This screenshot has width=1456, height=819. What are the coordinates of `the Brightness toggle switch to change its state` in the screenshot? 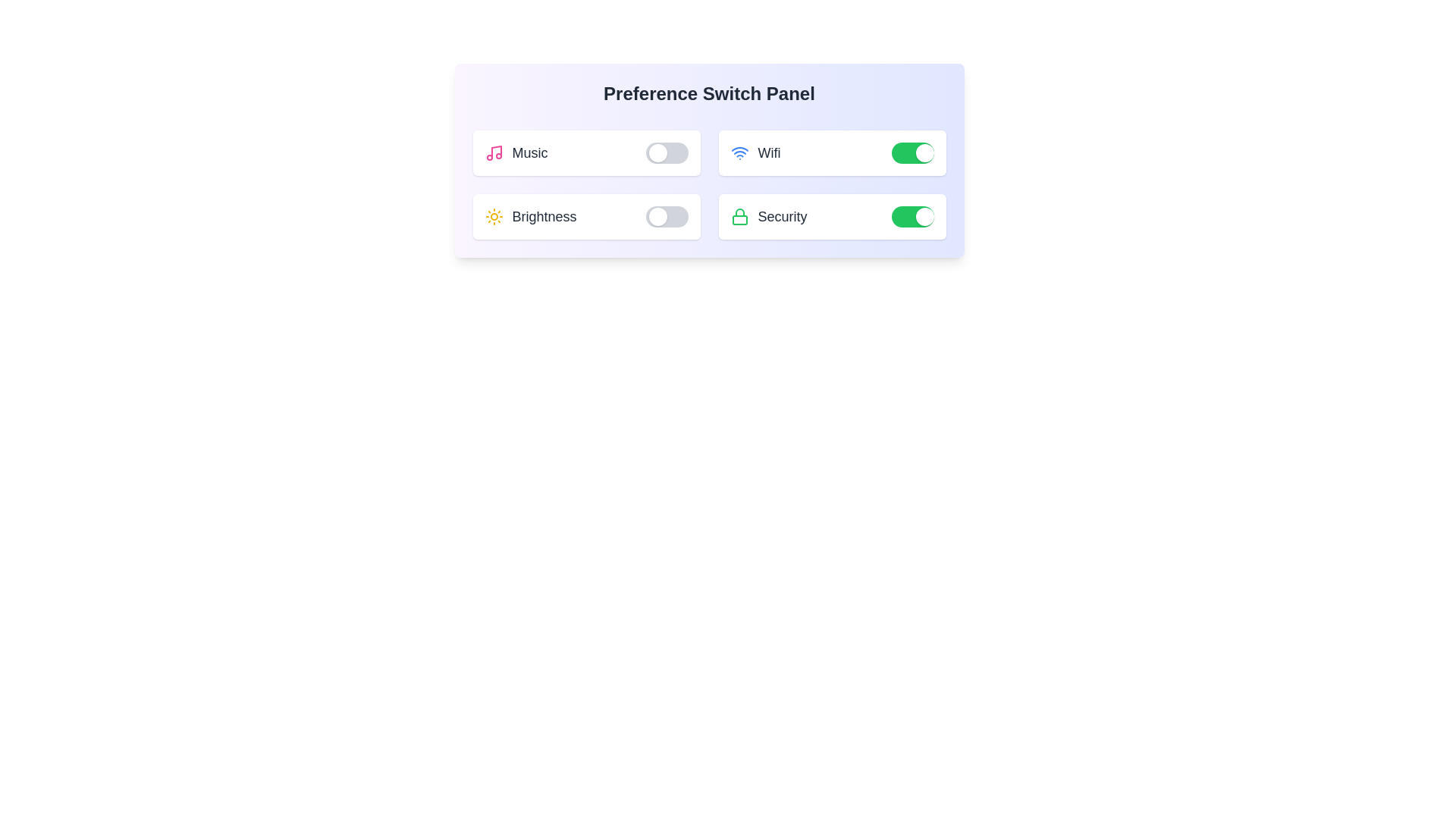 It's located at (667, 216).